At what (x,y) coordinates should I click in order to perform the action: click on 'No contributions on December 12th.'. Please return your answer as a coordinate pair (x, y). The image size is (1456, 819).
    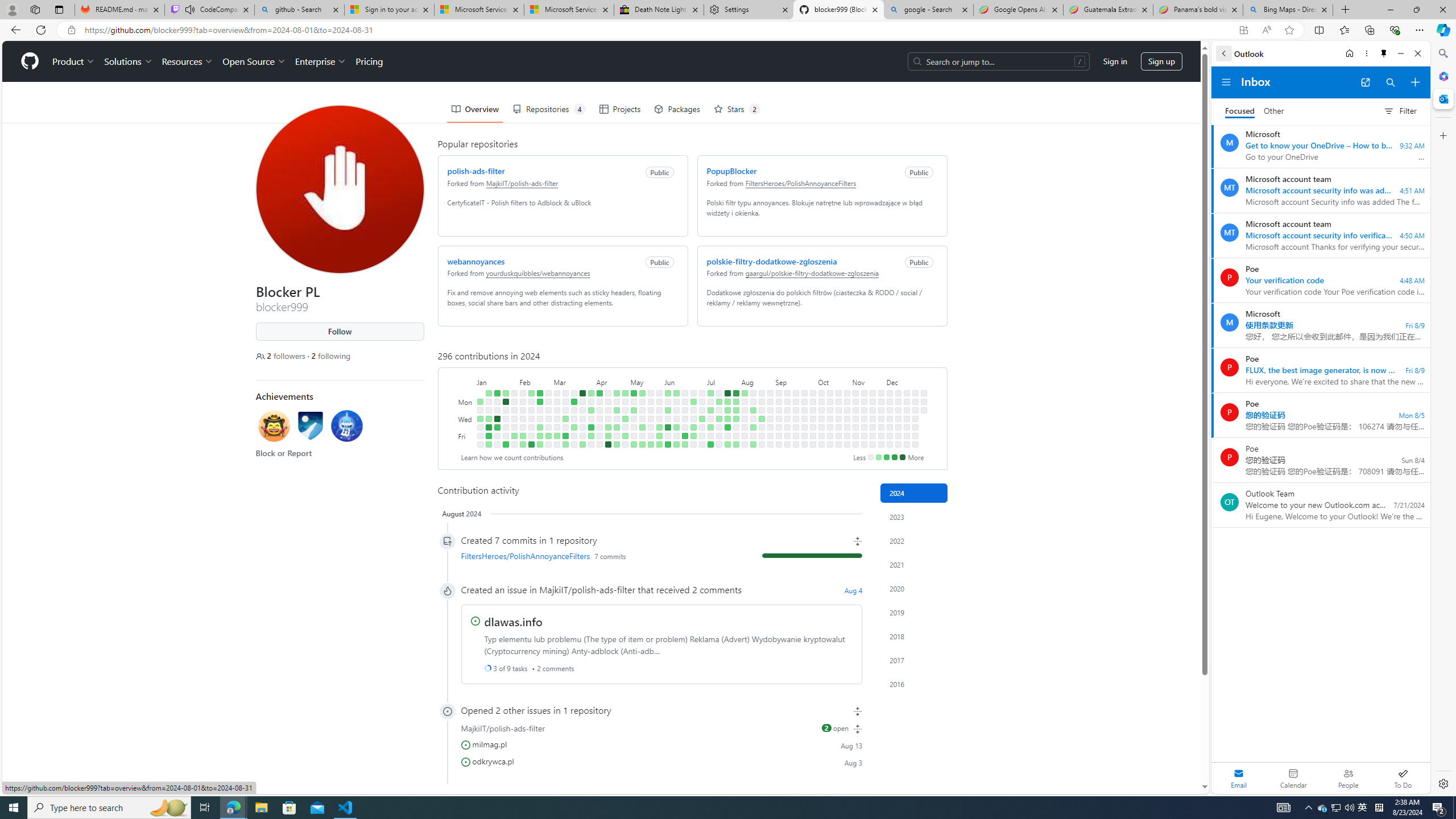
    Looking at the image, I should click on (897, 427).